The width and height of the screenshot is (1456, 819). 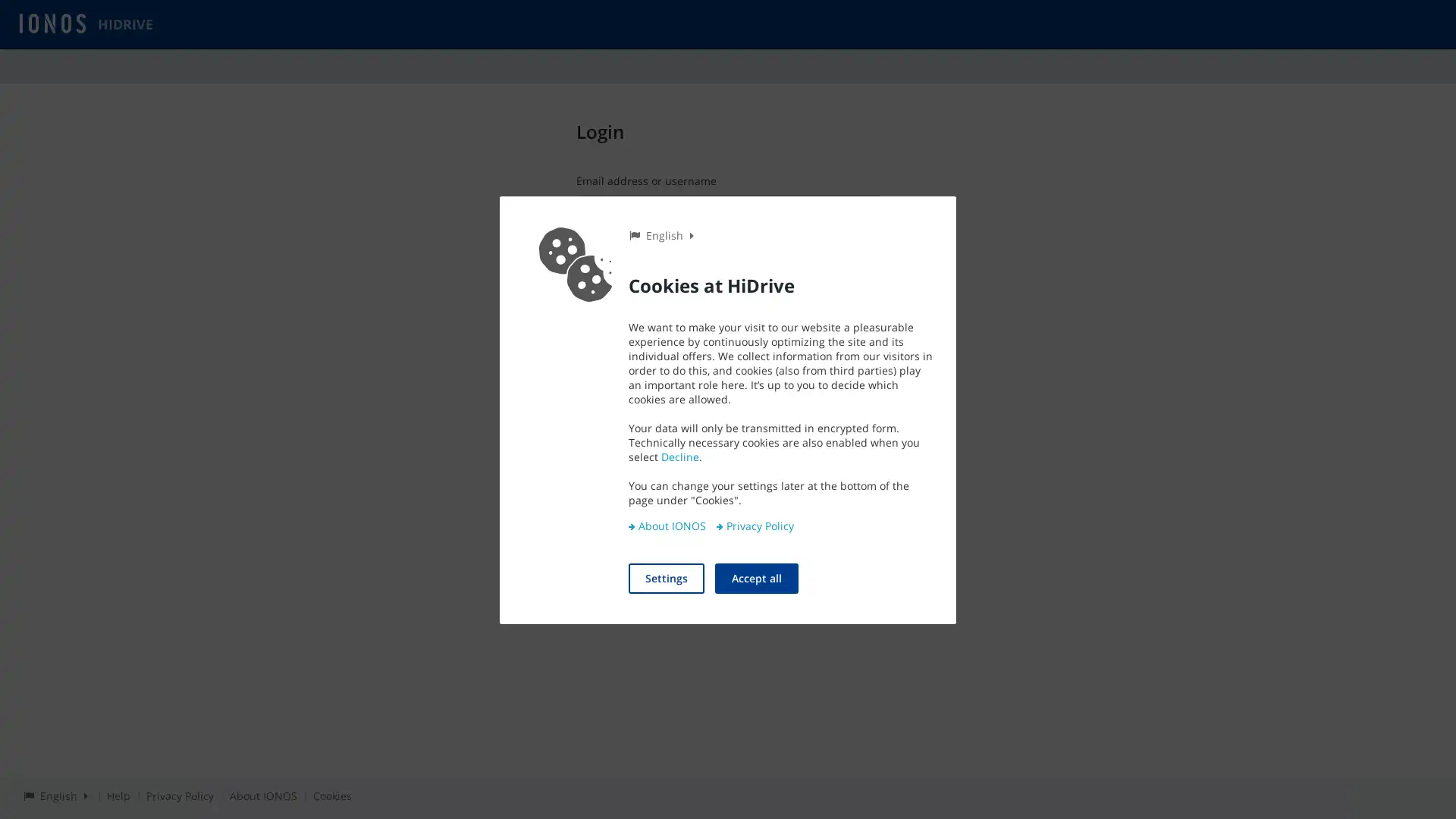 What do you see at coordinates (666, 579) in the screenshot?
I see `Settings` at bounding box center [666, 579].